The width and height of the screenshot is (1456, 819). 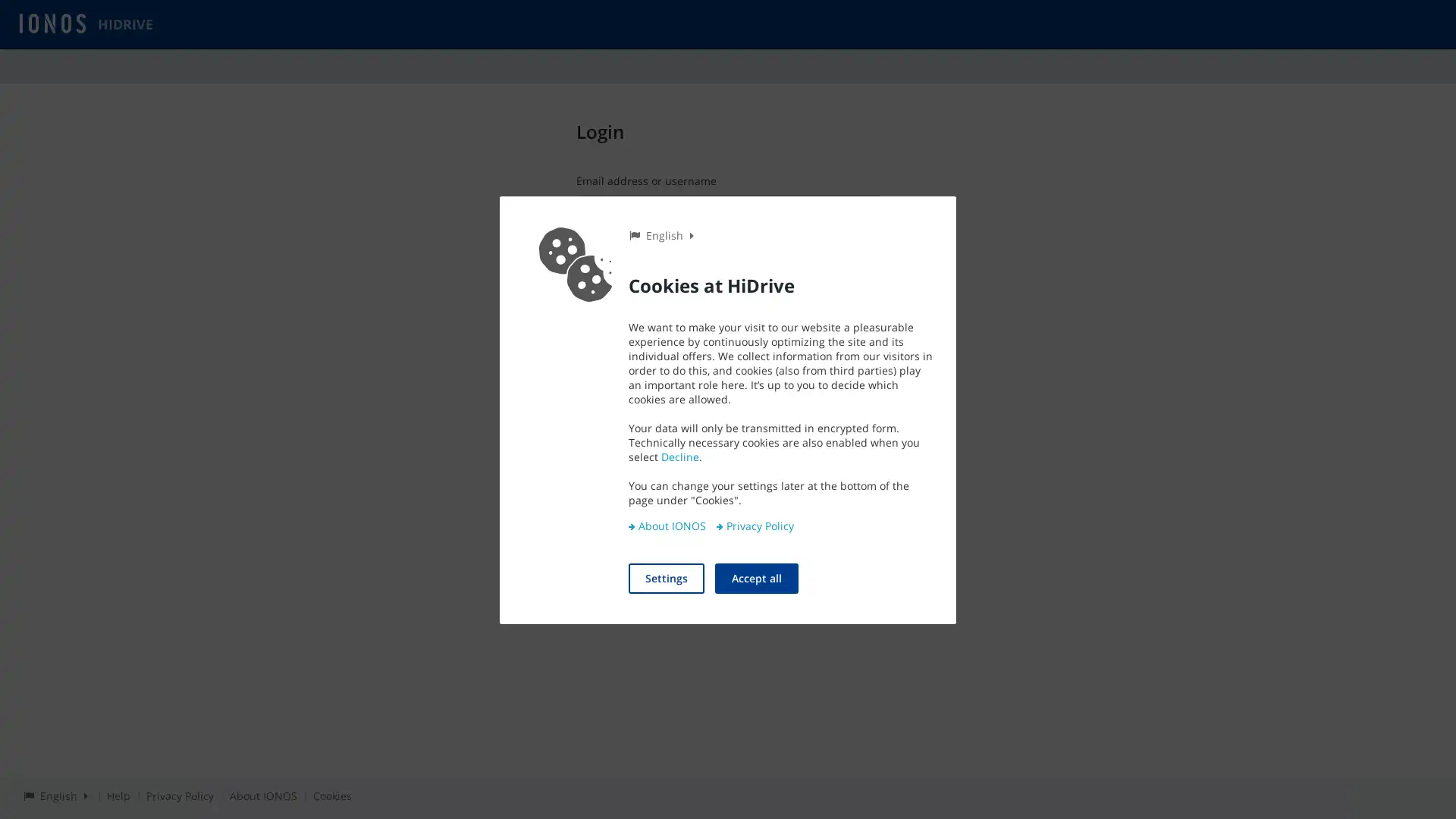 What do you see at coordinates (666, 579) in the screenshot?
I see `Settings` at bounding box center [666, 579].